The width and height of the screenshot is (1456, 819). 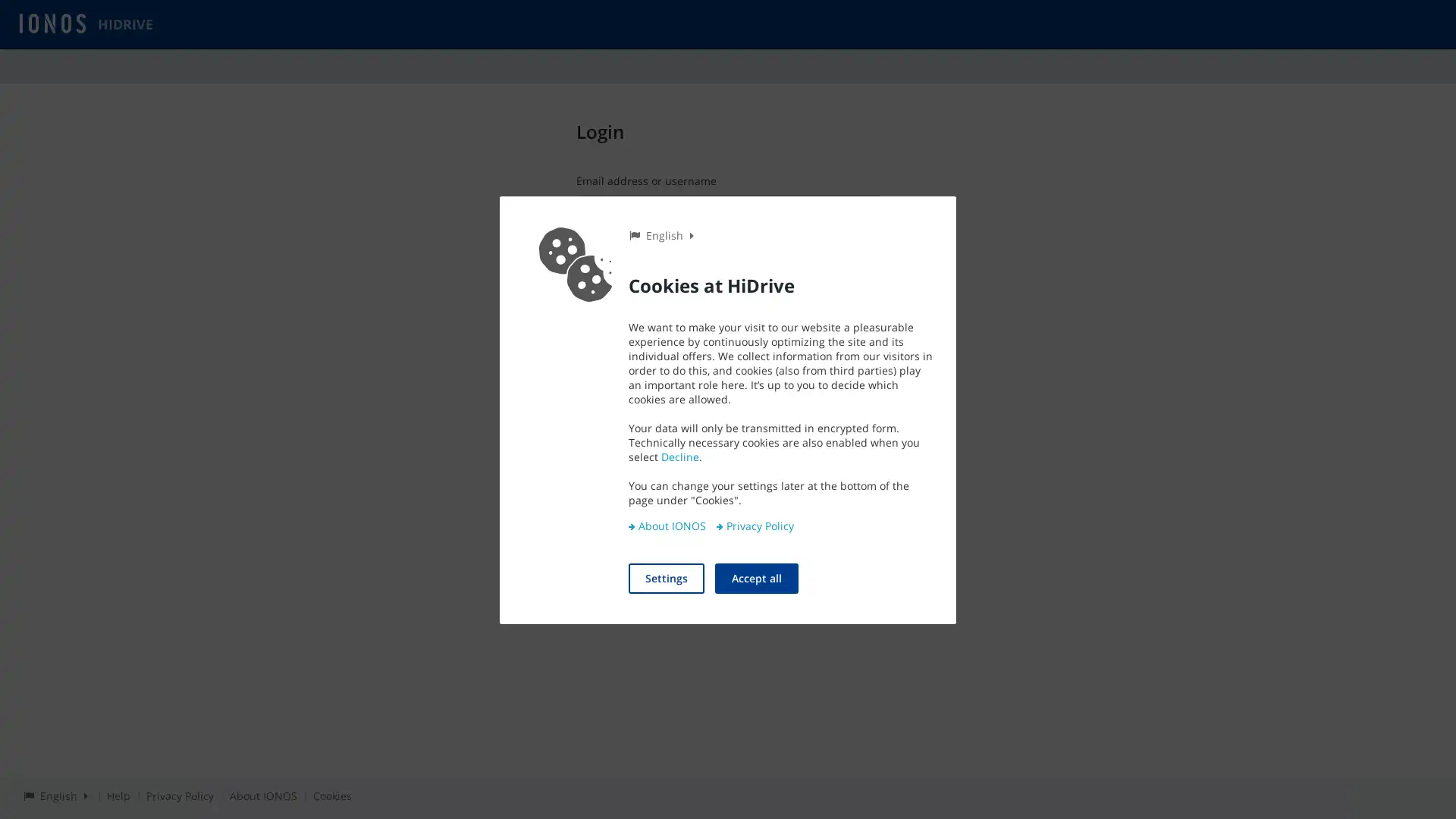 What do you see at coordinates (666, 579) in the screenshot?
I see `Settings` at bounding box center [666, 579].